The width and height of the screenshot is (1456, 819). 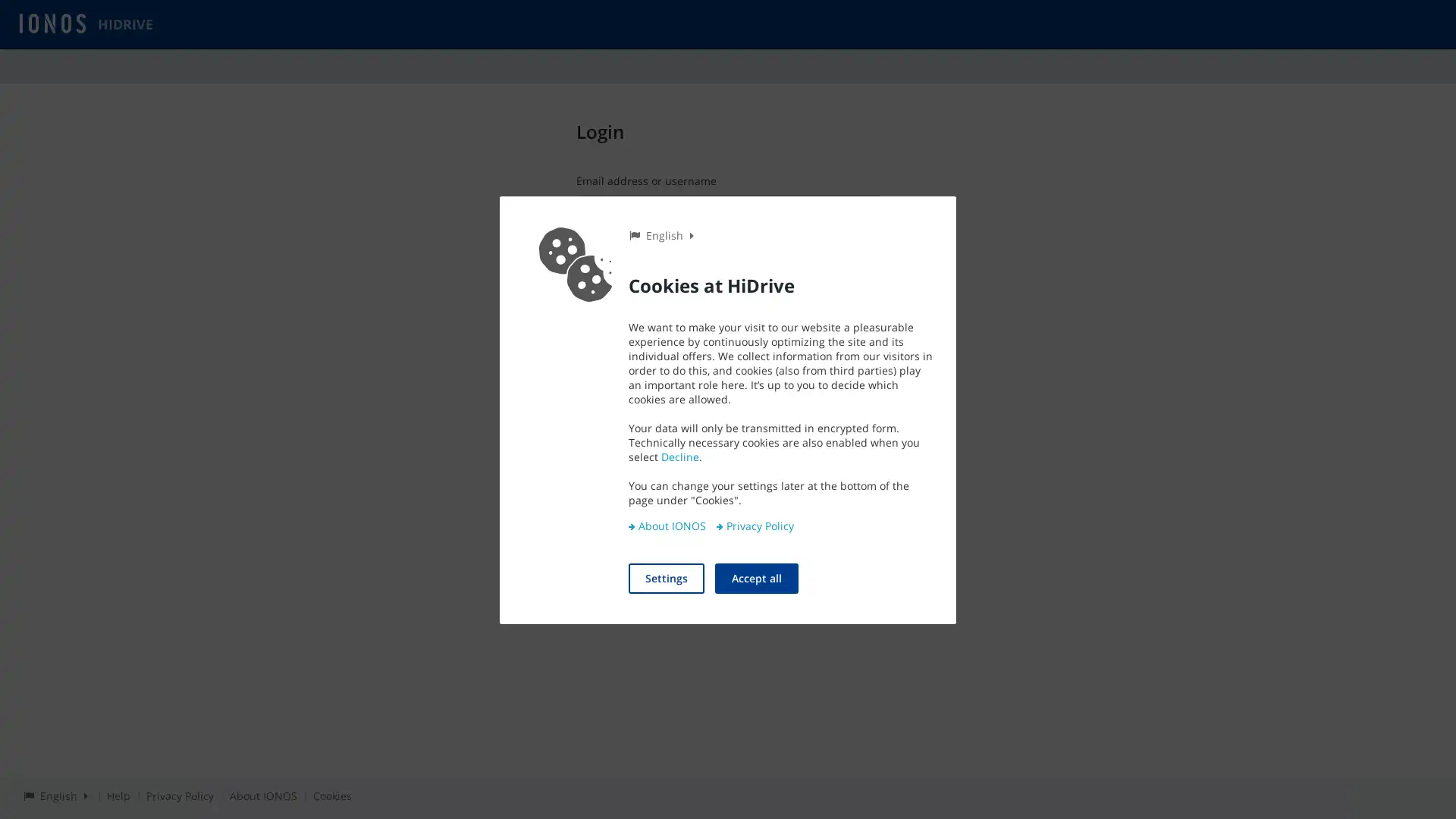 What do you see at coordinates (666, 579) in the screenshot?
I see `Settings` at bounding box center [666, 579].